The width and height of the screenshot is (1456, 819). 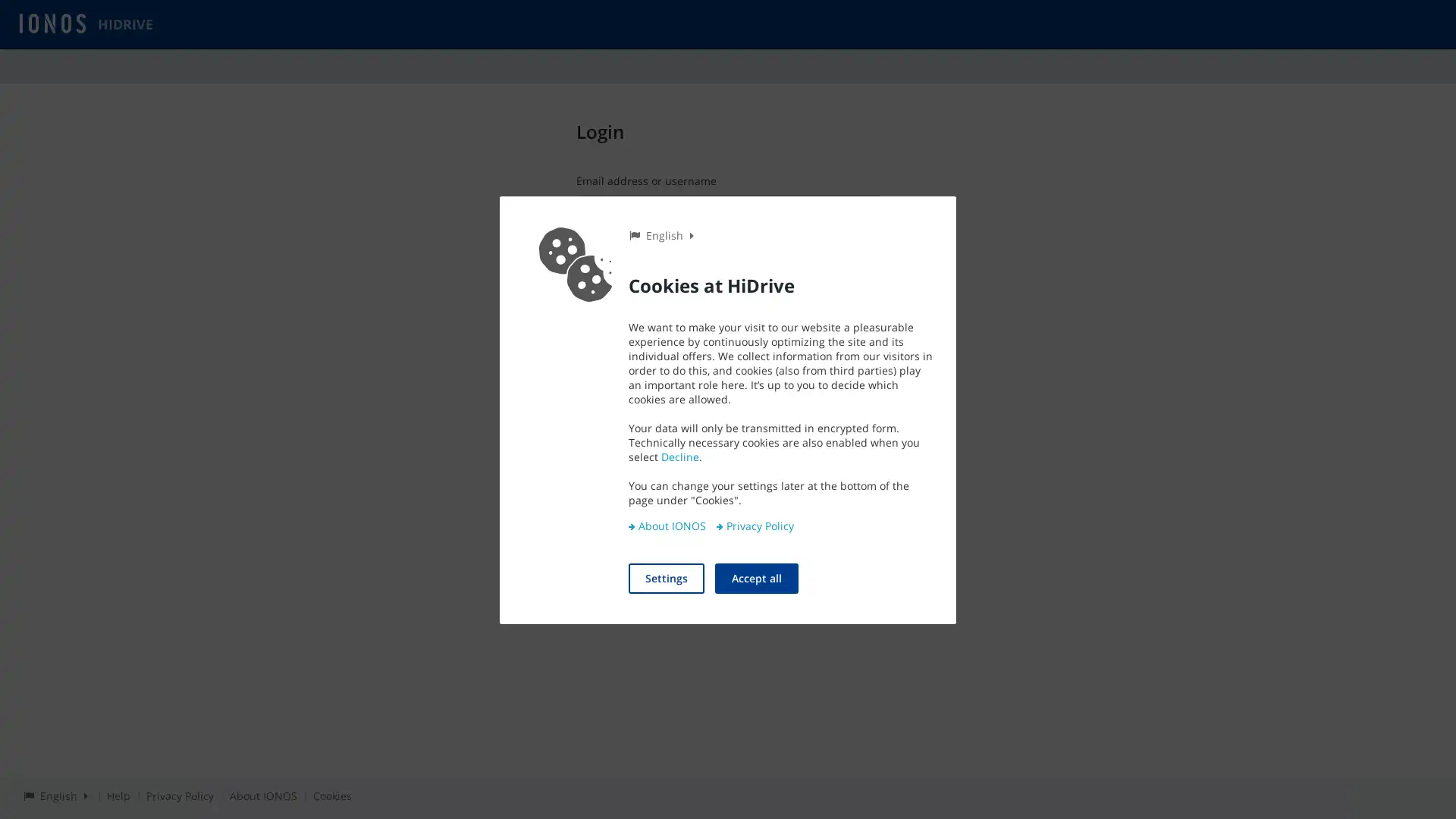 What do you see at coordinates (666, 579) in the screenshot?
I see `Settings` at bounding box center [666, 579].